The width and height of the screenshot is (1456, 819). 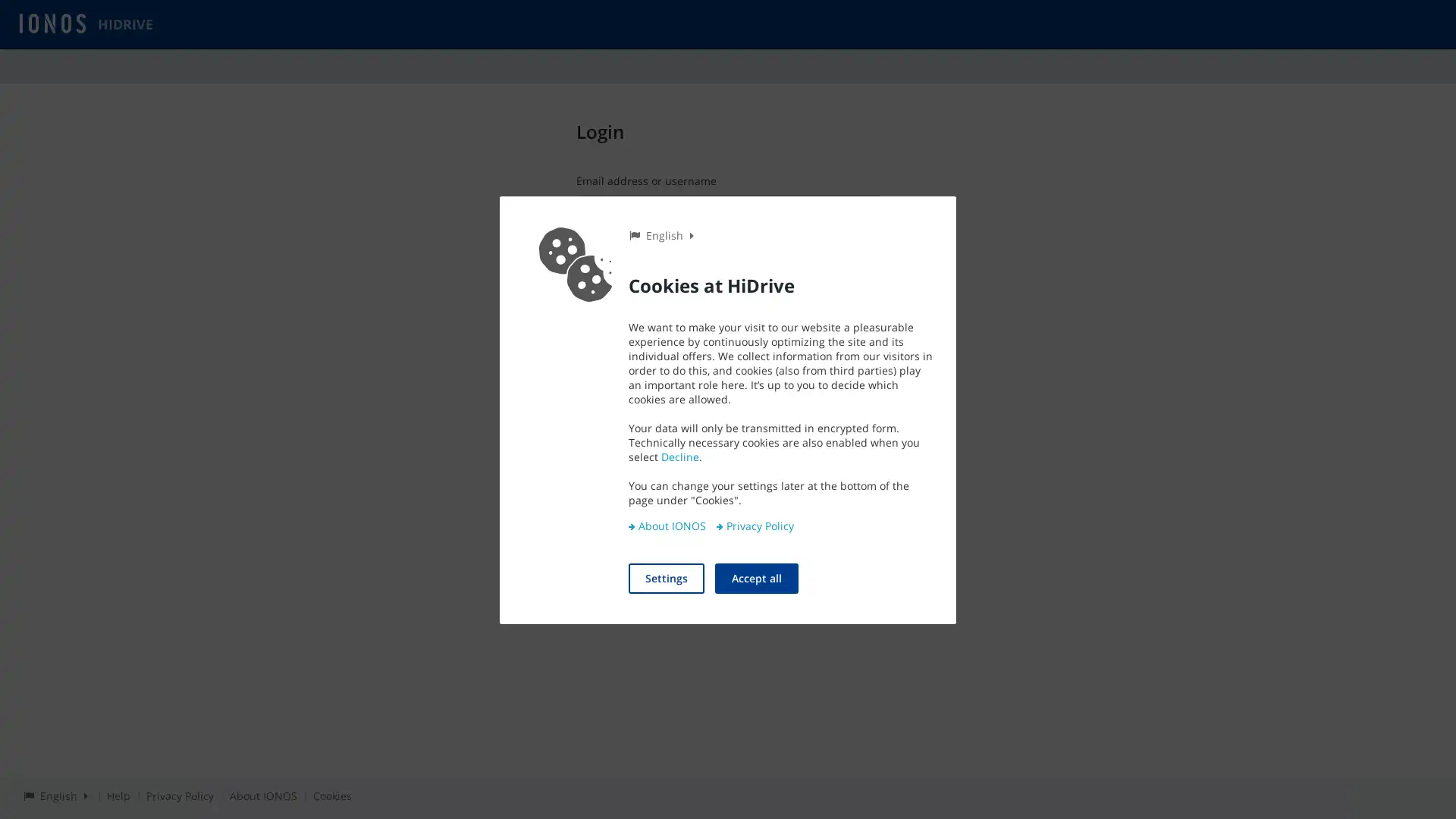 What do you see at coordinates (666, 579) in the screenshot?
I see `Settings` at bounding box center [666, 579].